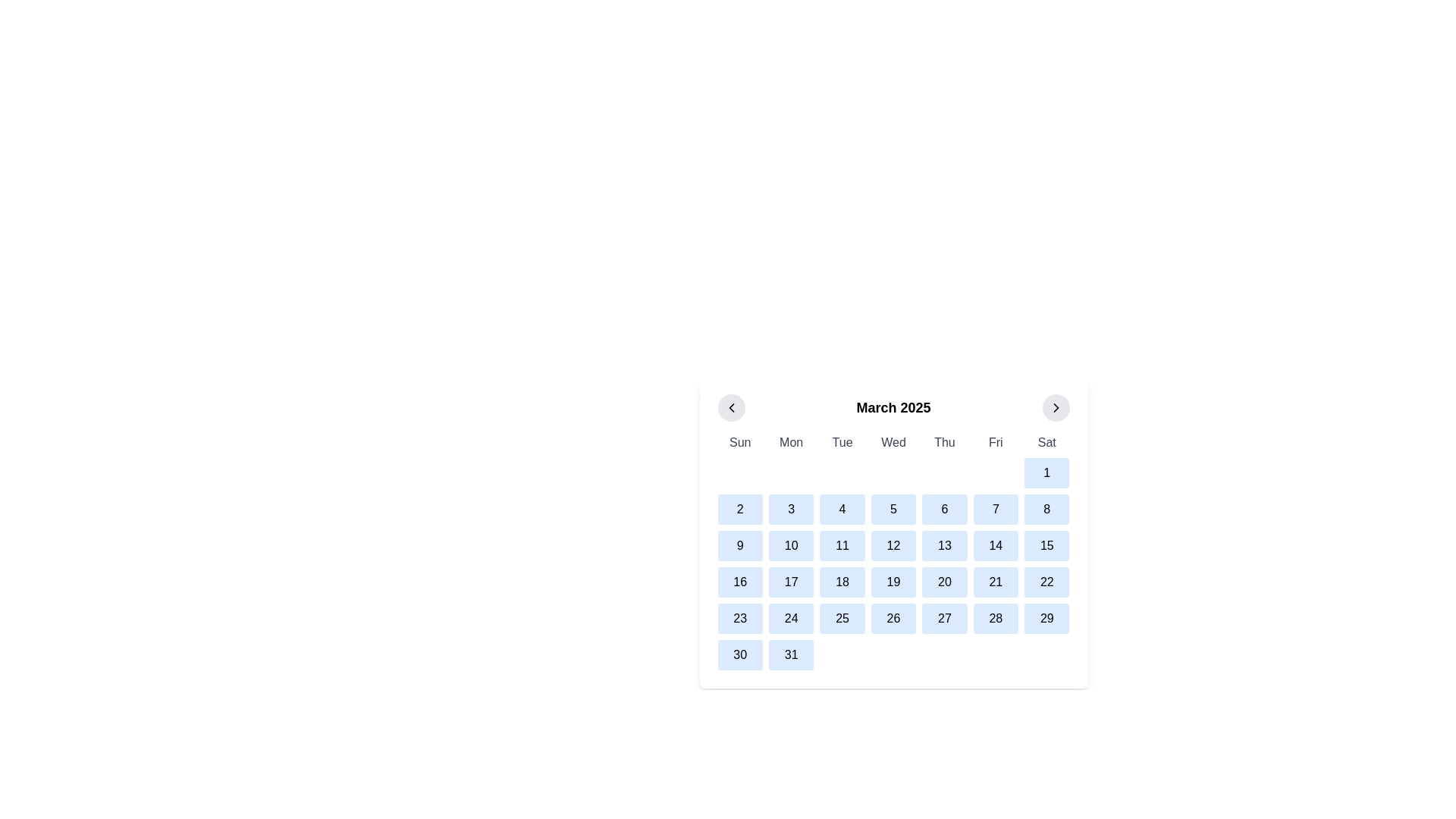  Describe the element at coordinates (790, 654) in the screenshot. I see `the button displaying the number '31' in bold black text, located in the bottom-right corner of the calendar grid under the 'Sat' column` at that location.